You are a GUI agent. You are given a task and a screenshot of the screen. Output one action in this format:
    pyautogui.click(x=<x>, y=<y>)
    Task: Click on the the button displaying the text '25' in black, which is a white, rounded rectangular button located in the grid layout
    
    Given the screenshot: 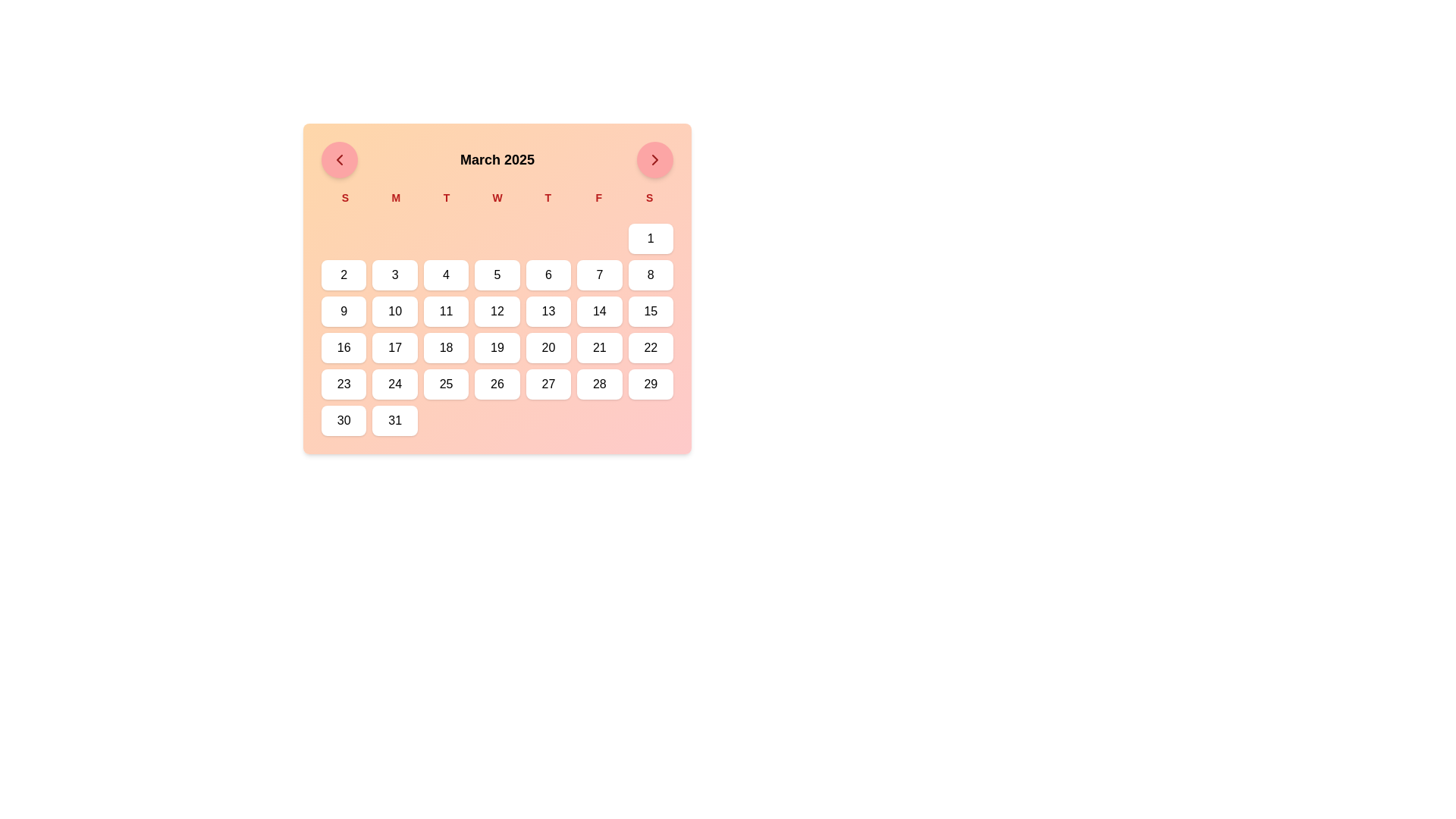 What is the action you would take?
    pyautogui.click(x=445, y=383)
    